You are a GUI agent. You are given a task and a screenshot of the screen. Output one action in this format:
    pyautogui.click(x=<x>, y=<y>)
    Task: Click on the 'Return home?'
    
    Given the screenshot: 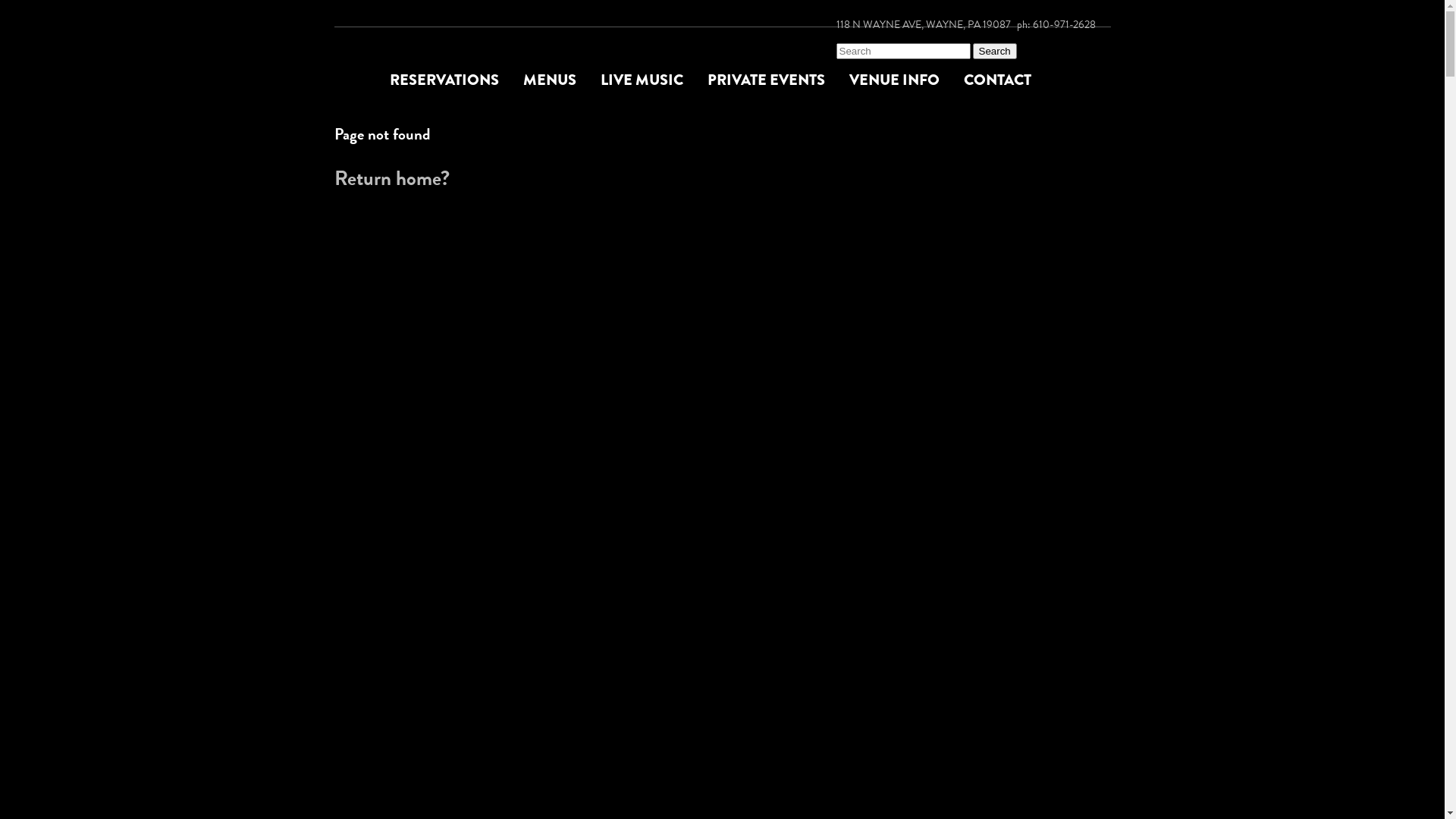 What is the action you would take?
    pyautogui.click(x=391, y=177)
    